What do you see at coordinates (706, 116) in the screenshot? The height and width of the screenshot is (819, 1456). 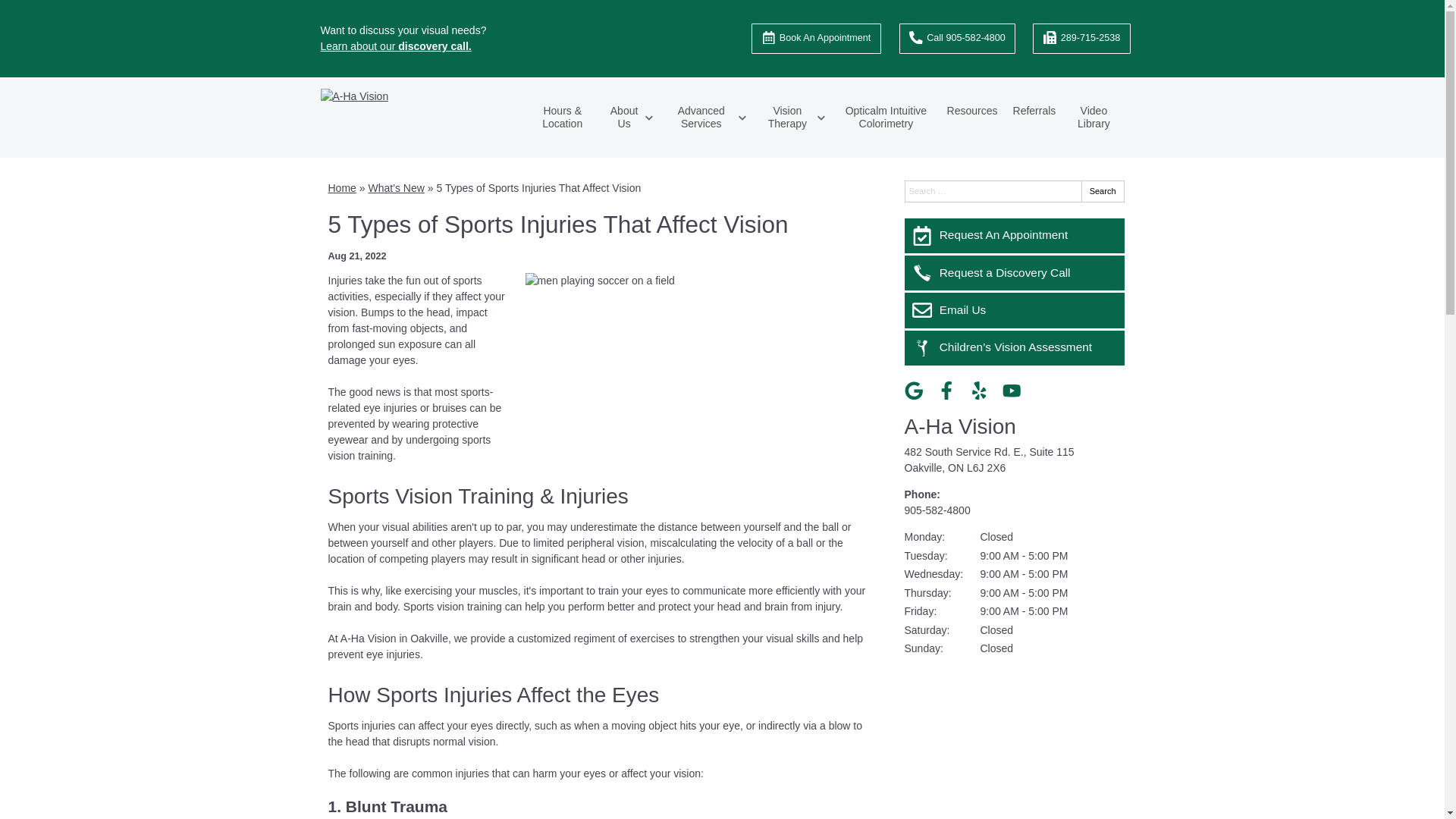 I see `'Advanced Services'` at bounding box center [706, 116].